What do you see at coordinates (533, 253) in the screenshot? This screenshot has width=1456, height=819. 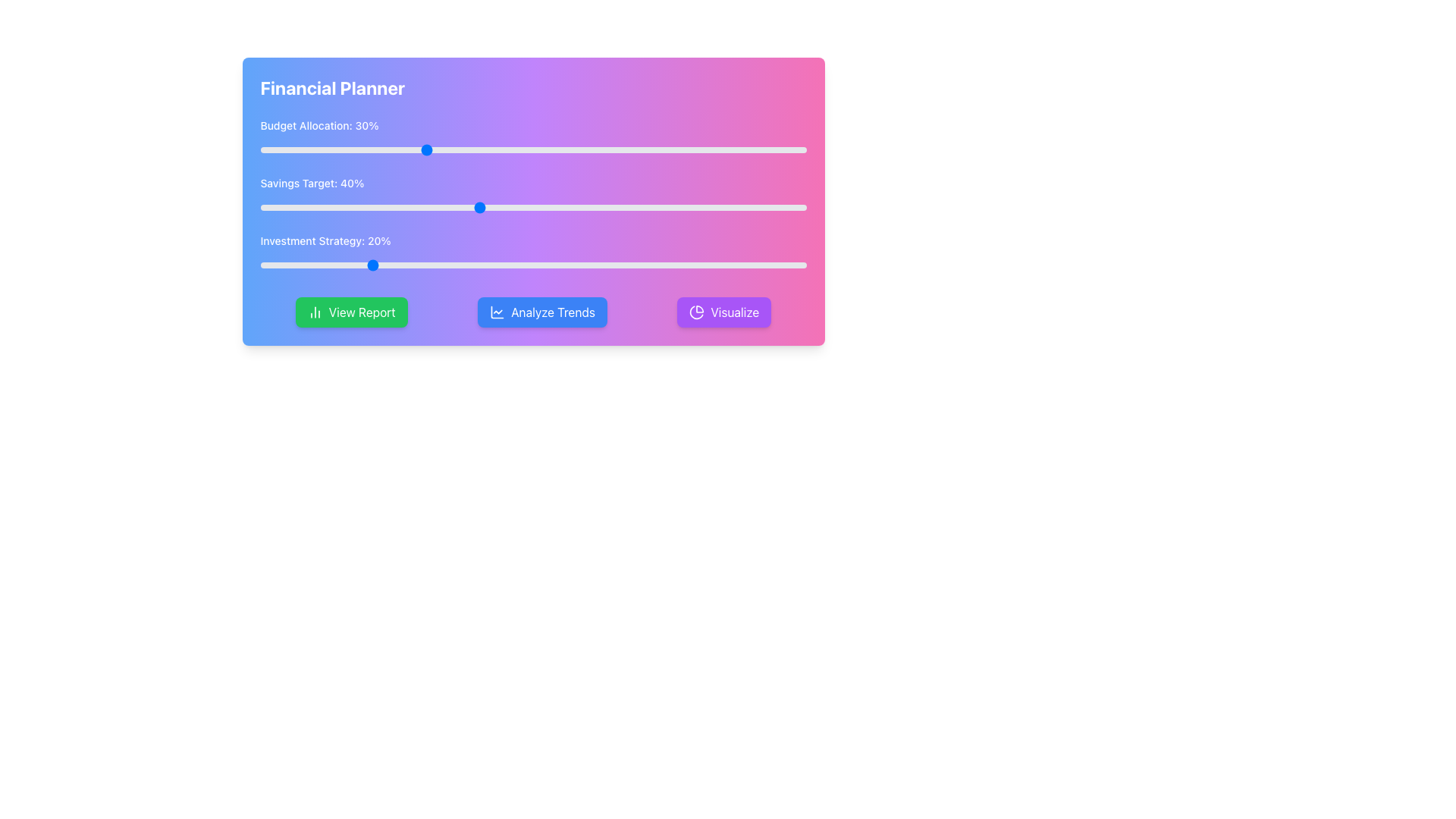 I see `the slider handle of the investment strategy percentage control located below the 'Budget Allocation: 30%' and 'Savings Target: 40%' labels` at bounding box center [533, 253].